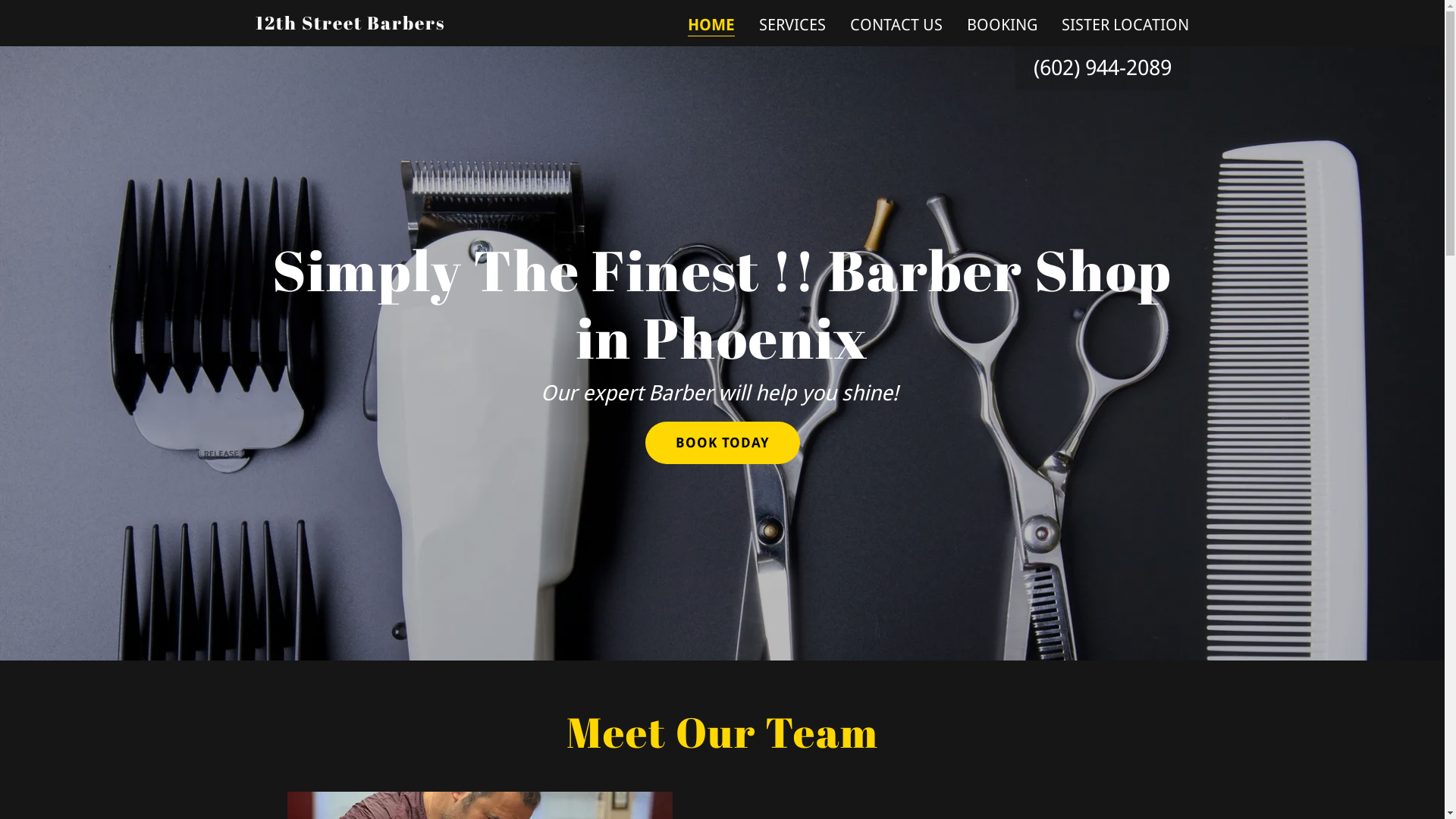 The width and height of the screenshot is (1456, 819). What do you see at coordinates (348, 24) in the screenshot?
I see `'12th Street Barbers'` at bounding box center [348, 24].